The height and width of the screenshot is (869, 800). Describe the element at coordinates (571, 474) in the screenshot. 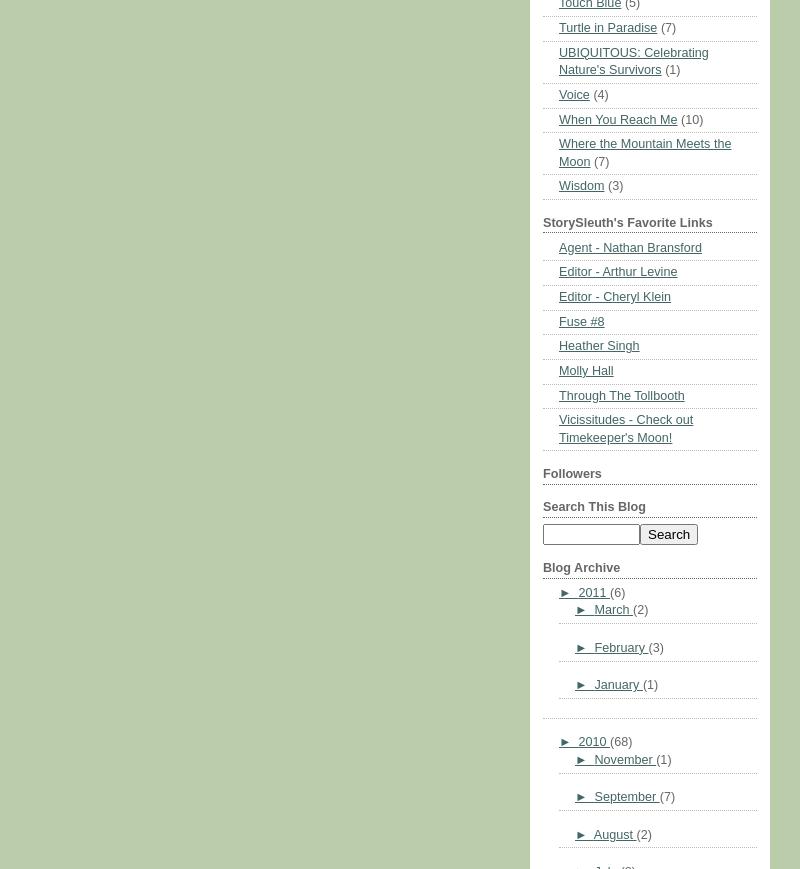

I see `'Followers'` at that location.